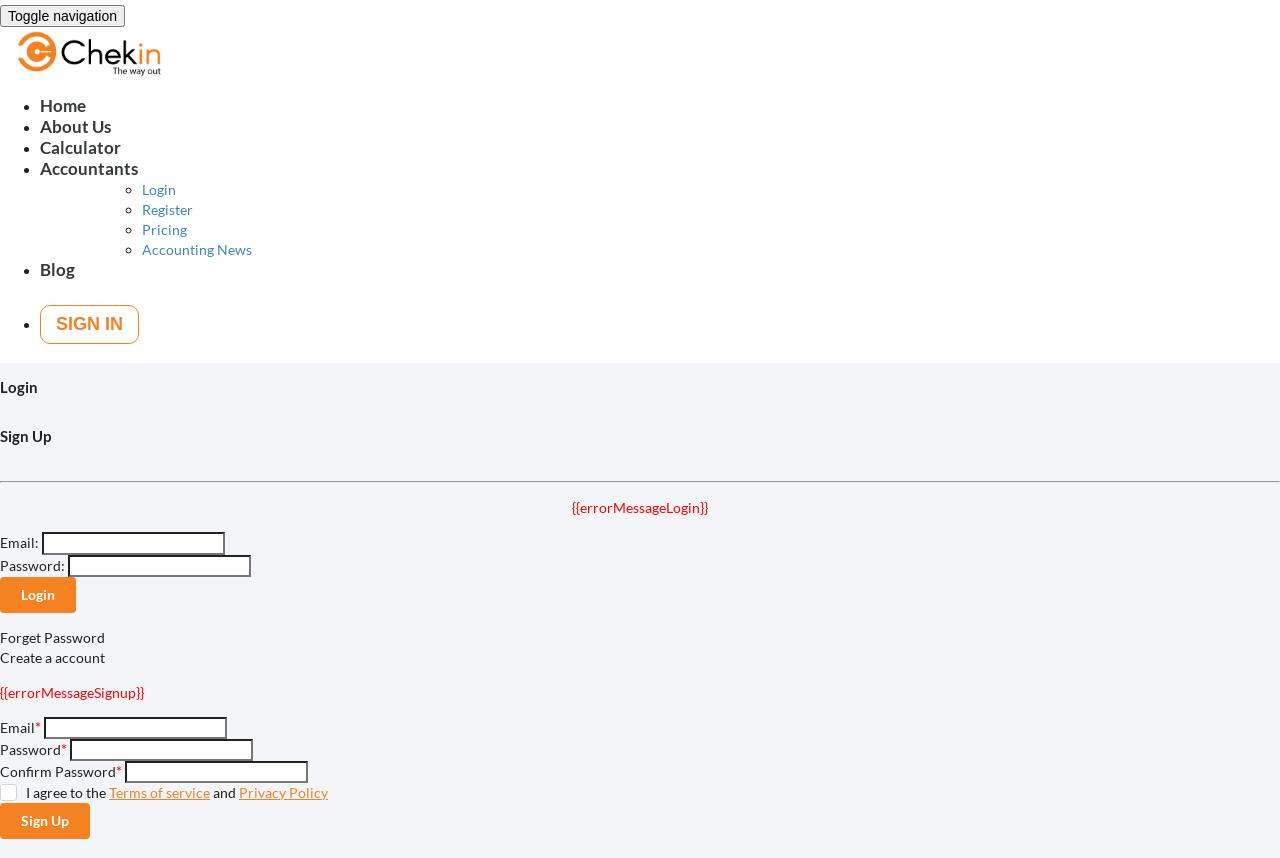  I want to click on '{{errorMessageLogin}}', so click(640, 506).